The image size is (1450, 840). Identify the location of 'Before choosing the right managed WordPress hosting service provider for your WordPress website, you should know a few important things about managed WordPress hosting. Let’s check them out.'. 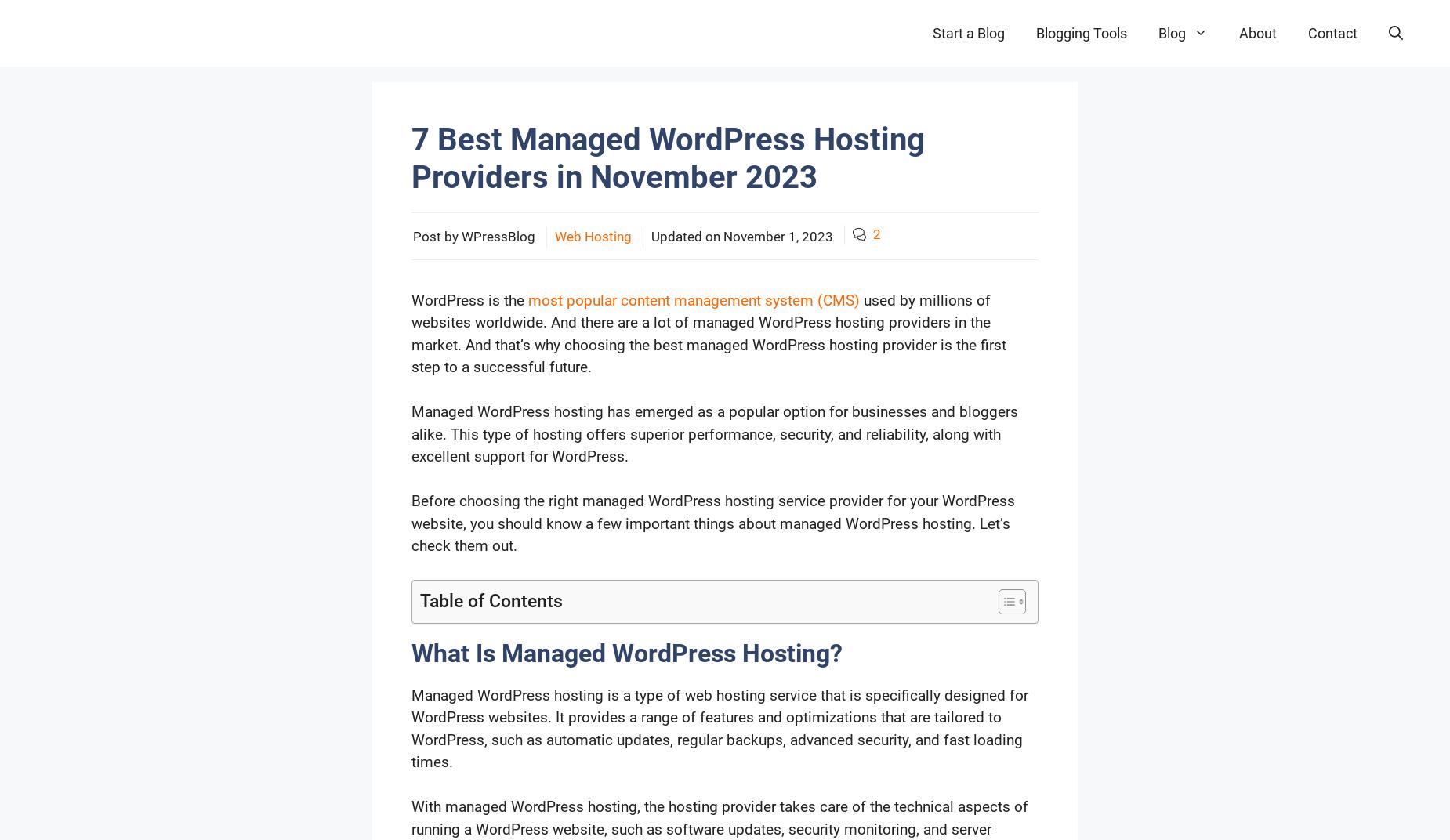
(713, 523).